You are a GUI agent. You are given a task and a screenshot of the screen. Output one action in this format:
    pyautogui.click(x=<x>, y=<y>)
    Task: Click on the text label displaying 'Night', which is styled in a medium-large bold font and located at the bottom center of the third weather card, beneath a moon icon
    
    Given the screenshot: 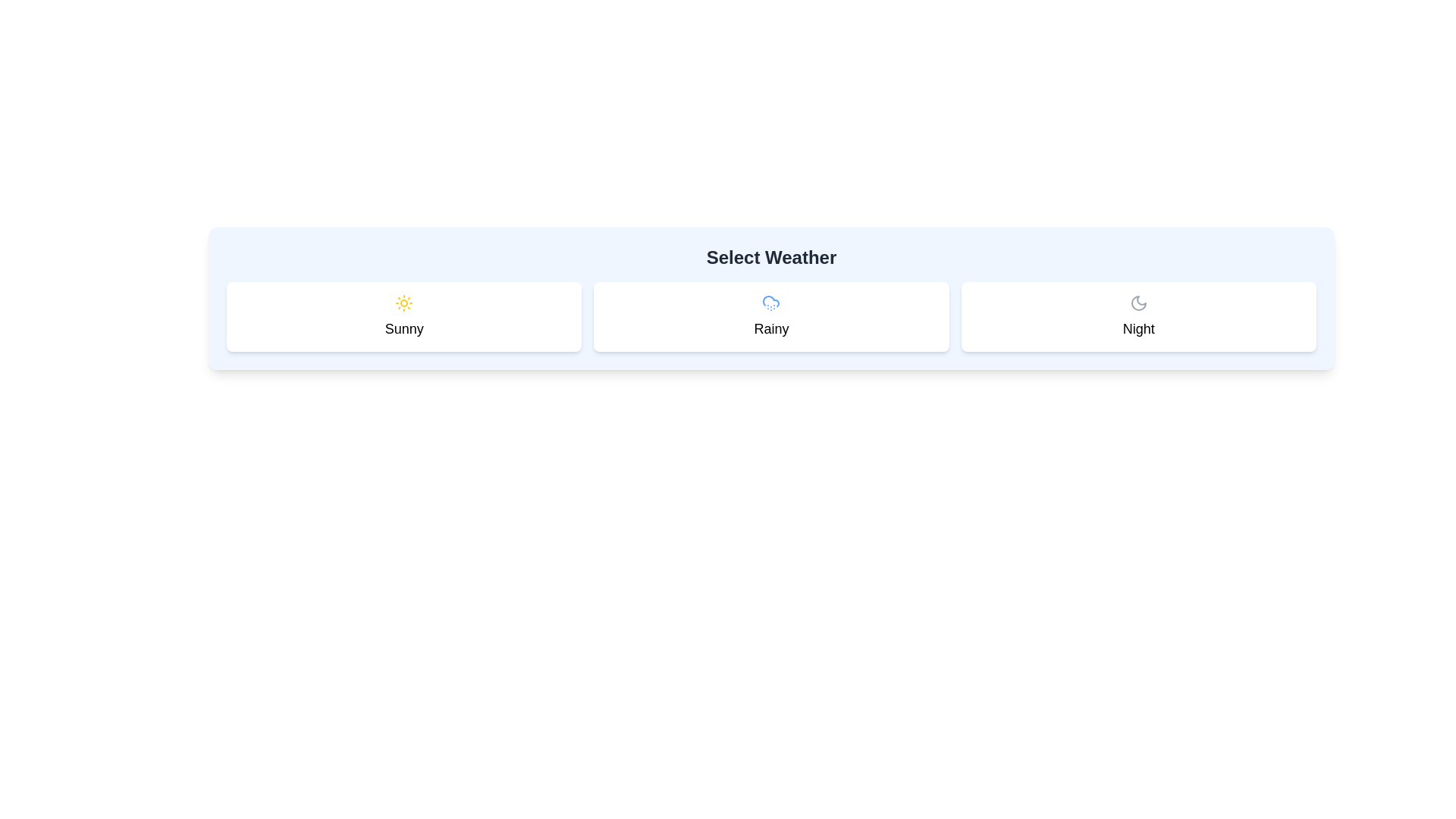 What is the action you would take?
    pyautogui.click(x=1138, y=328)
    